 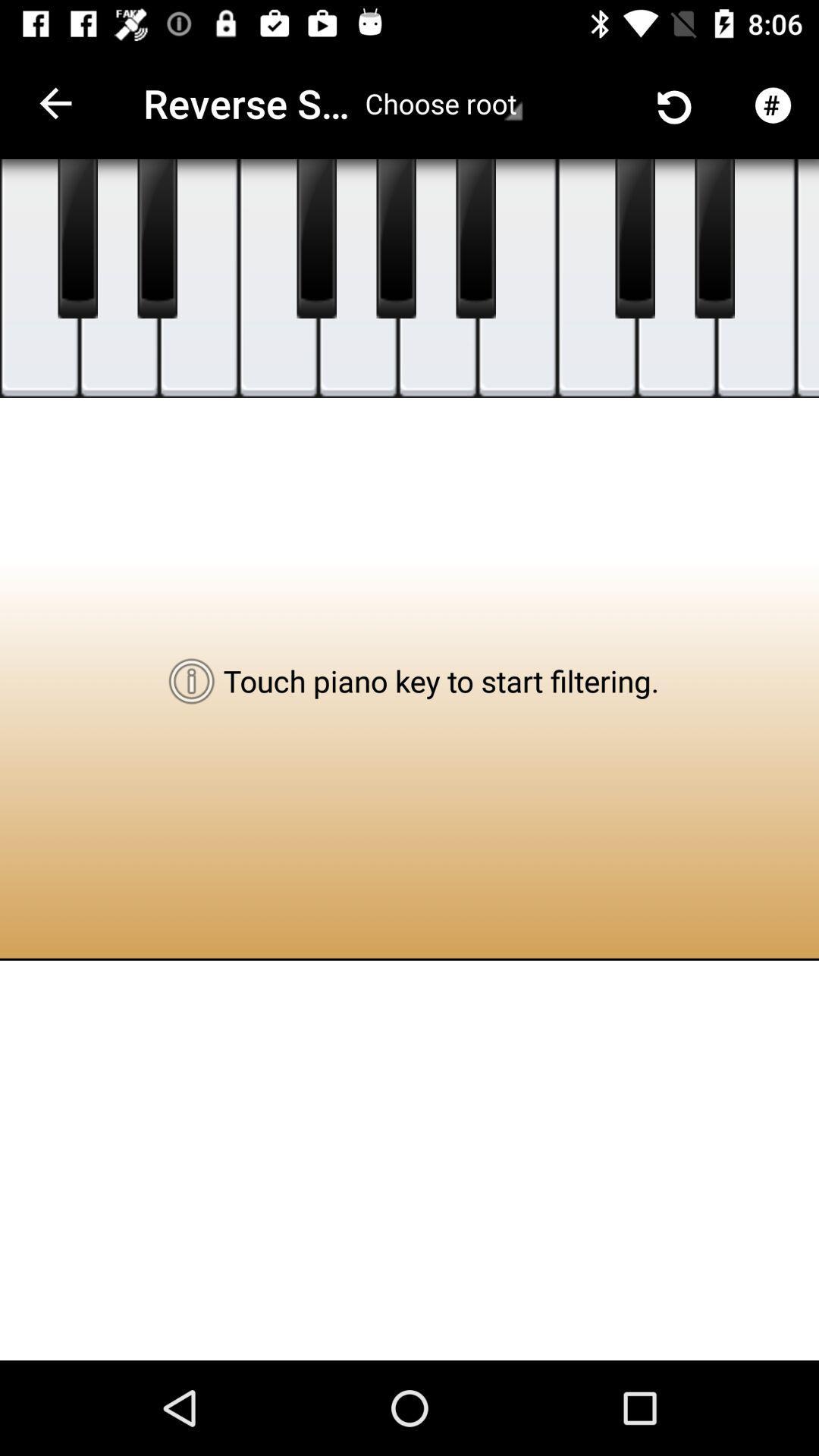 I want to click on the music, so click(x=438, y=278).